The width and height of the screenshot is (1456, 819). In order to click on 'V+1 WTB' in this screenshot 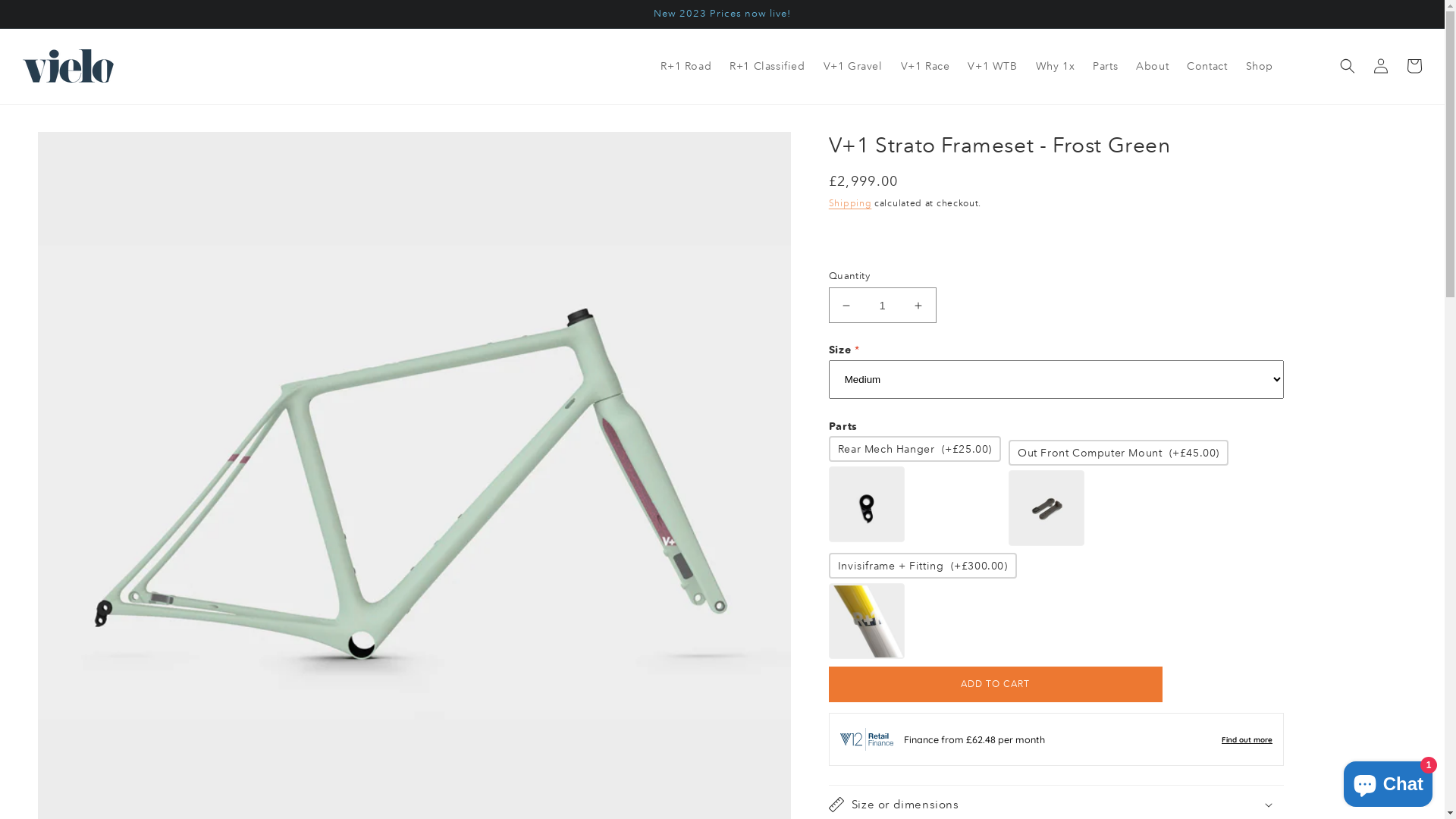, I will do `click(992, 65)`.